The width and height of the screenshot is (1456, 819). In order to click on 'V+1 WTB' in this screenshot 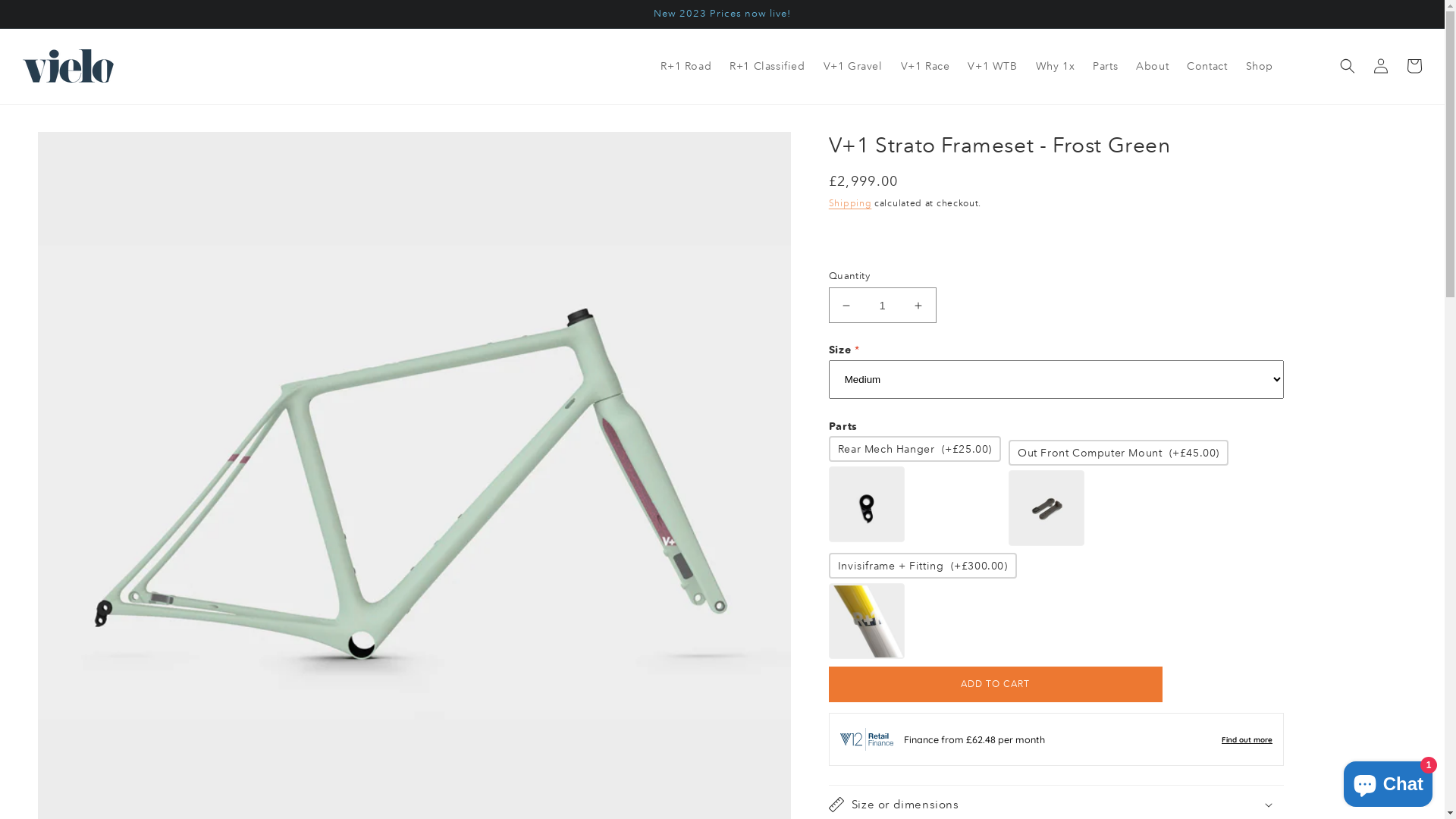, I will do `click(992, 65)`.